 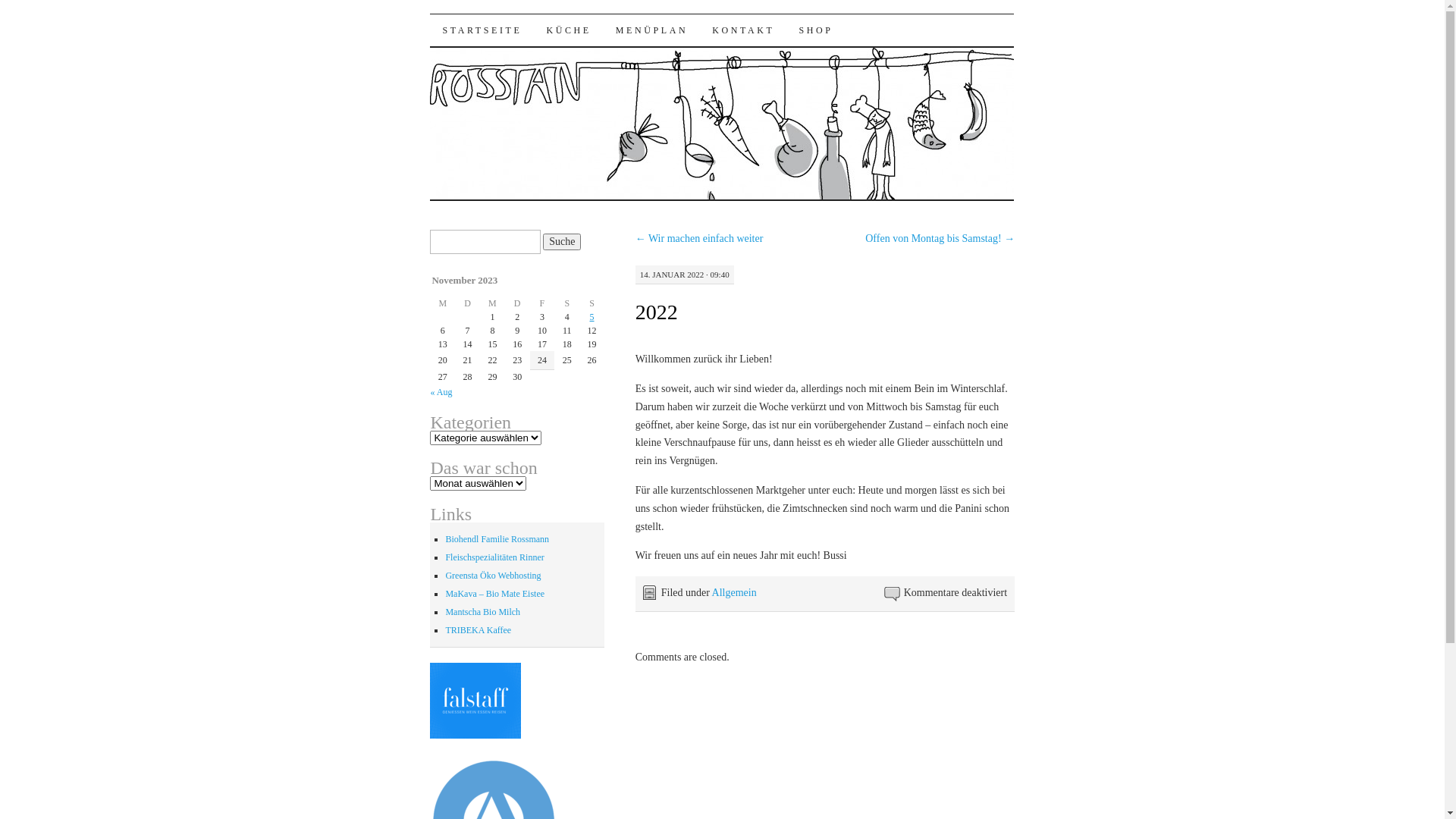 I want to click on 'Suche', so click(x=560, y=241).